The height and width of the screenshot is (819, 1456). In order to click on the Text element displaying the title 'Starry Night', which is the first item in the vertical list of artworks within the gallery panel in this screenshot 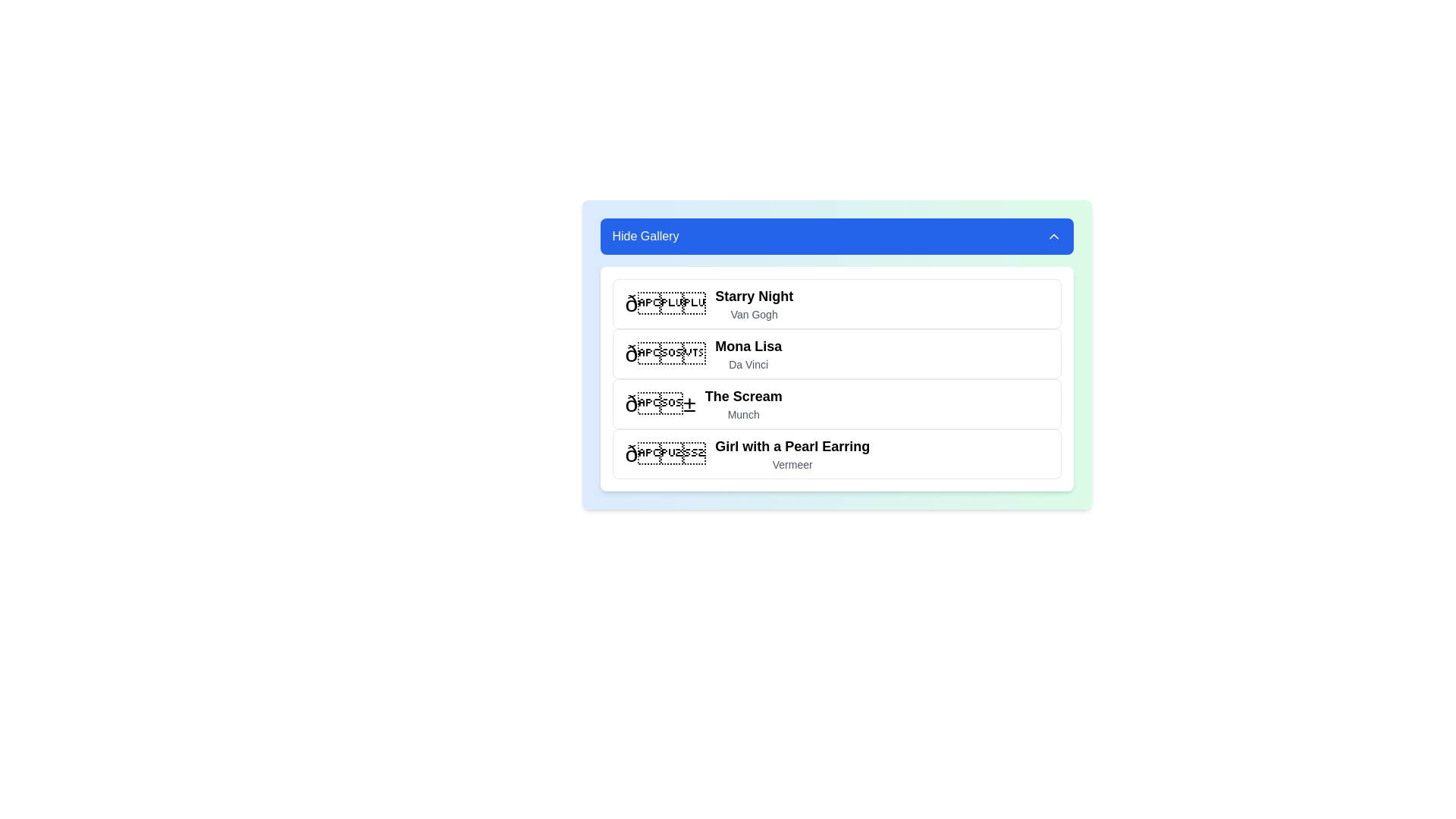, I will do `click(754, 296)`.